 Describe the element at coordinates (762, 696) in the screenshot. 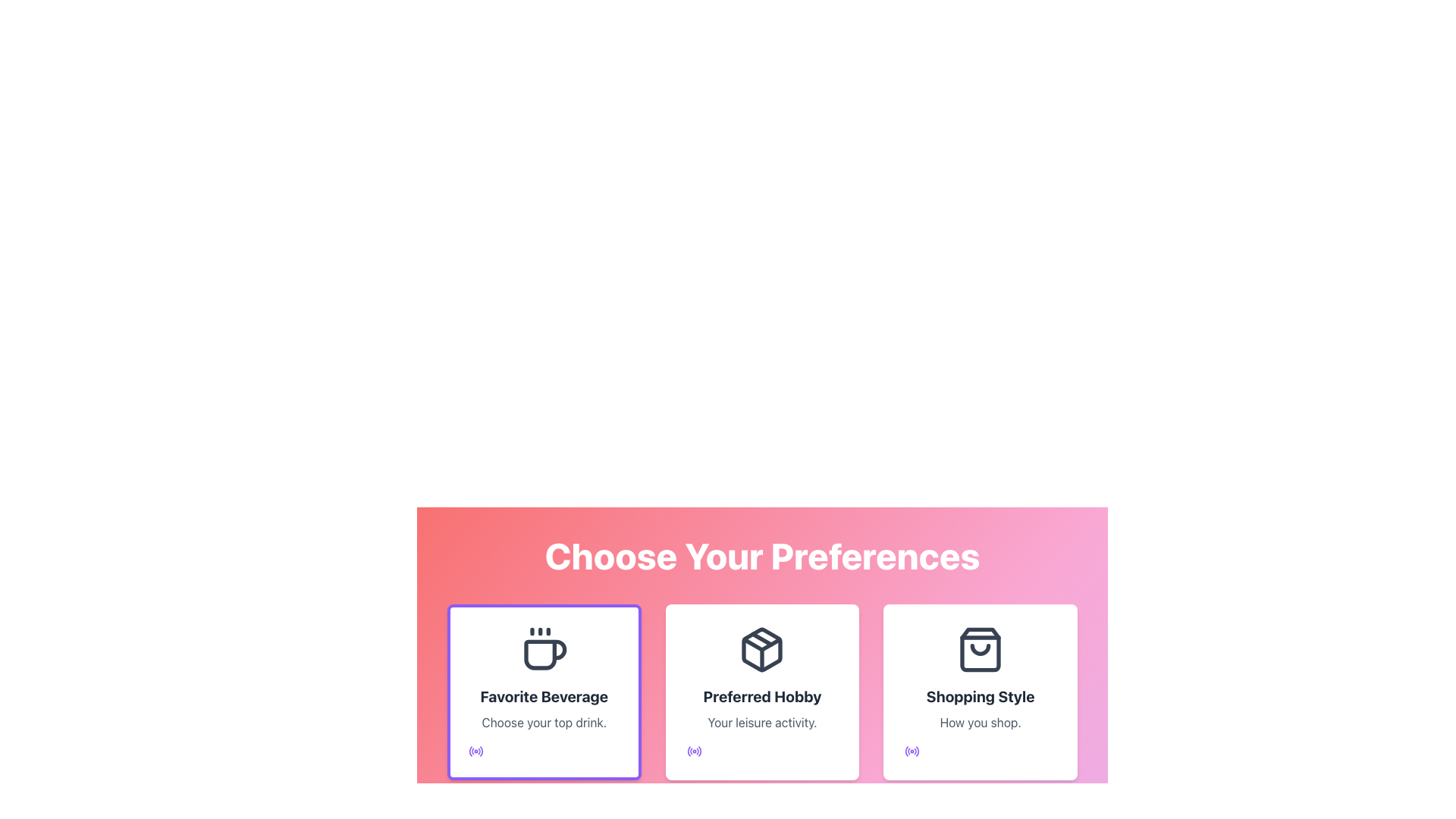

I see `the title text element that describes the user's preferred hobby, located in the middle card below the cube icon and above the smaller text 'Your leisure activity'` at that location.